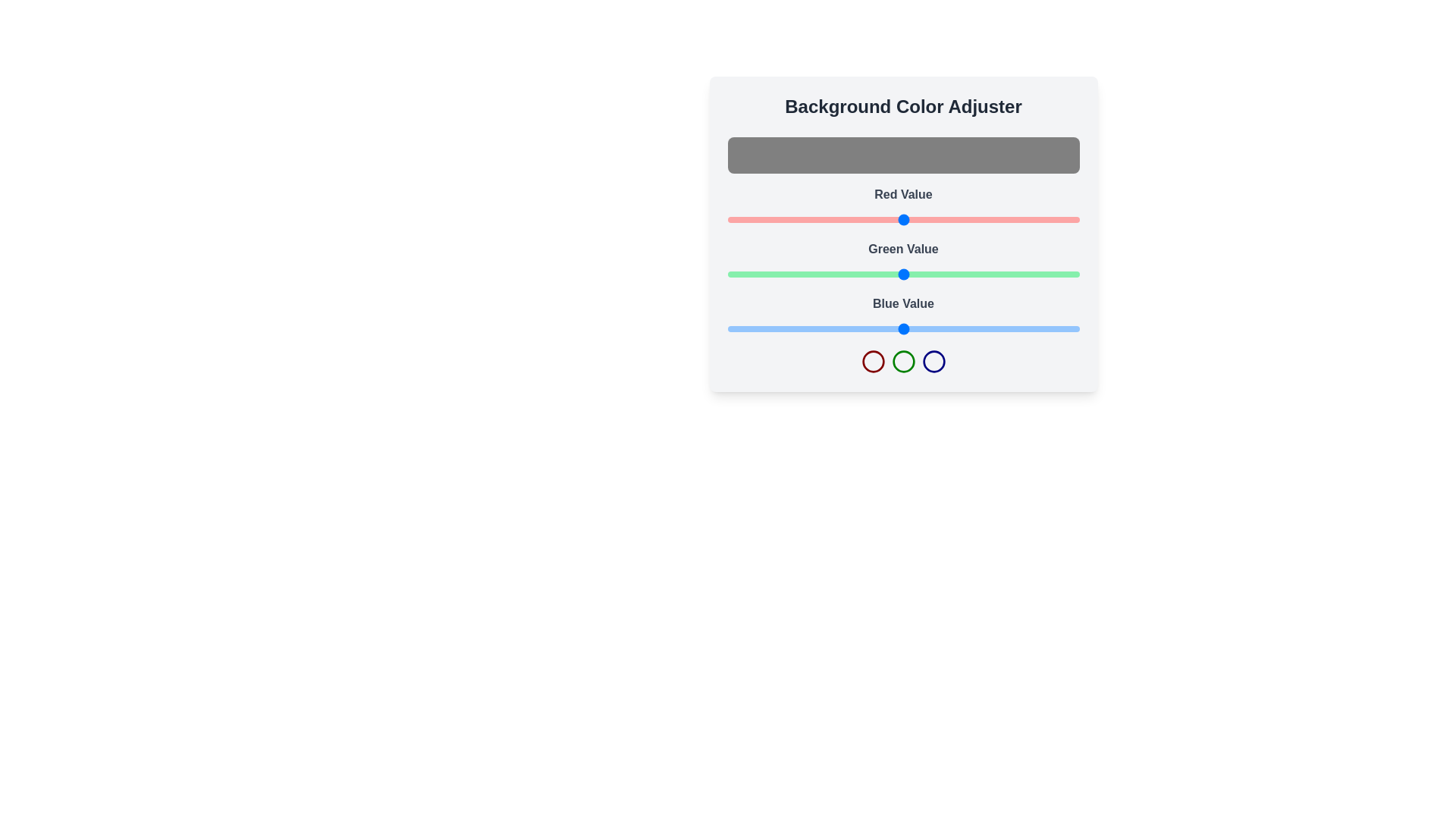 The width and height of the screenshot is (1456, 819). I want to click on the red color slider to set the red component to 121, so click(894, 219).